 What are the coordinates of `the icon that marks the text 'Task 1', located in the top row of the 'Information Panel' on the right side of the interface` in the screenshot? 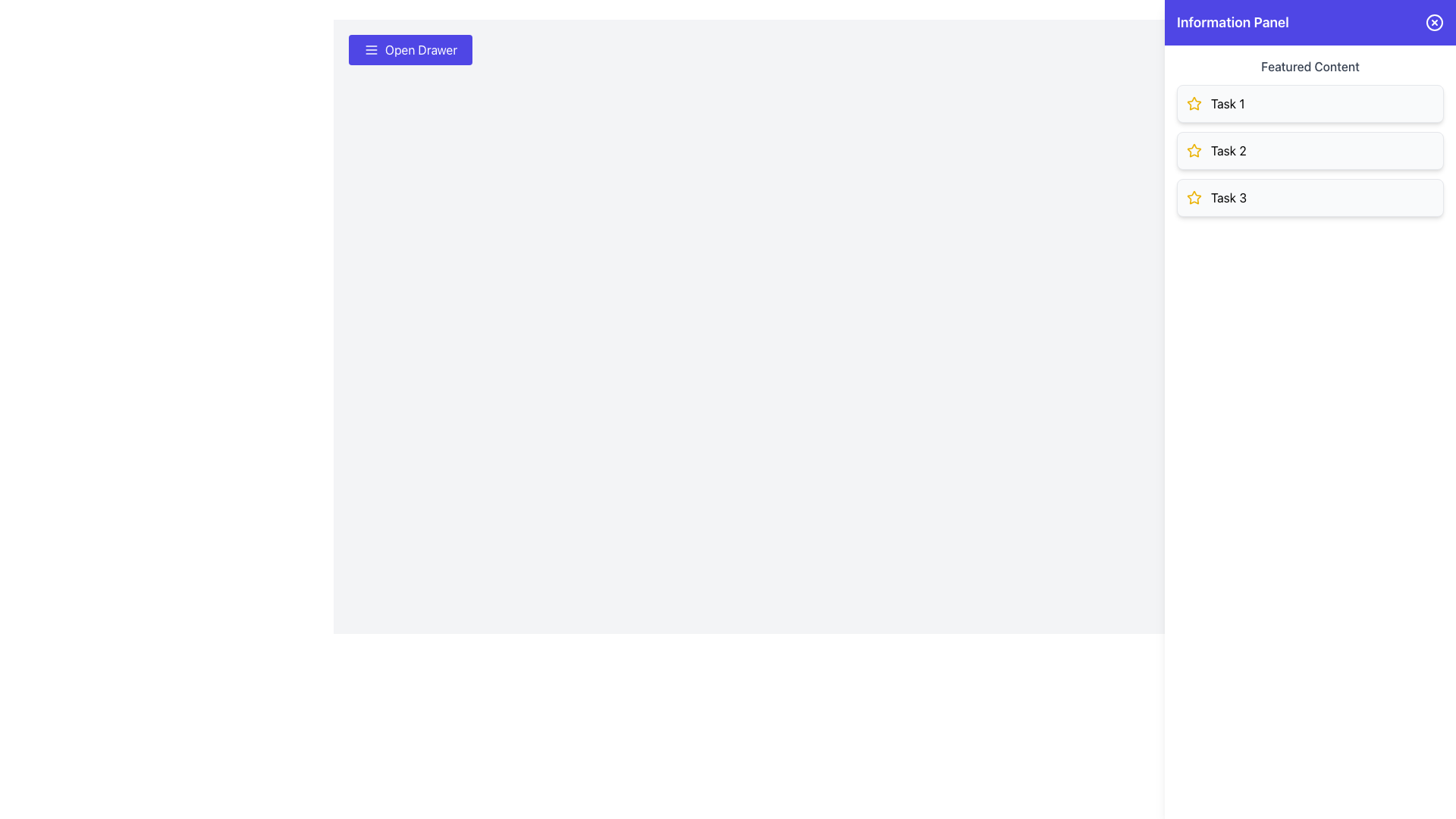 It's located at (1193, 103).